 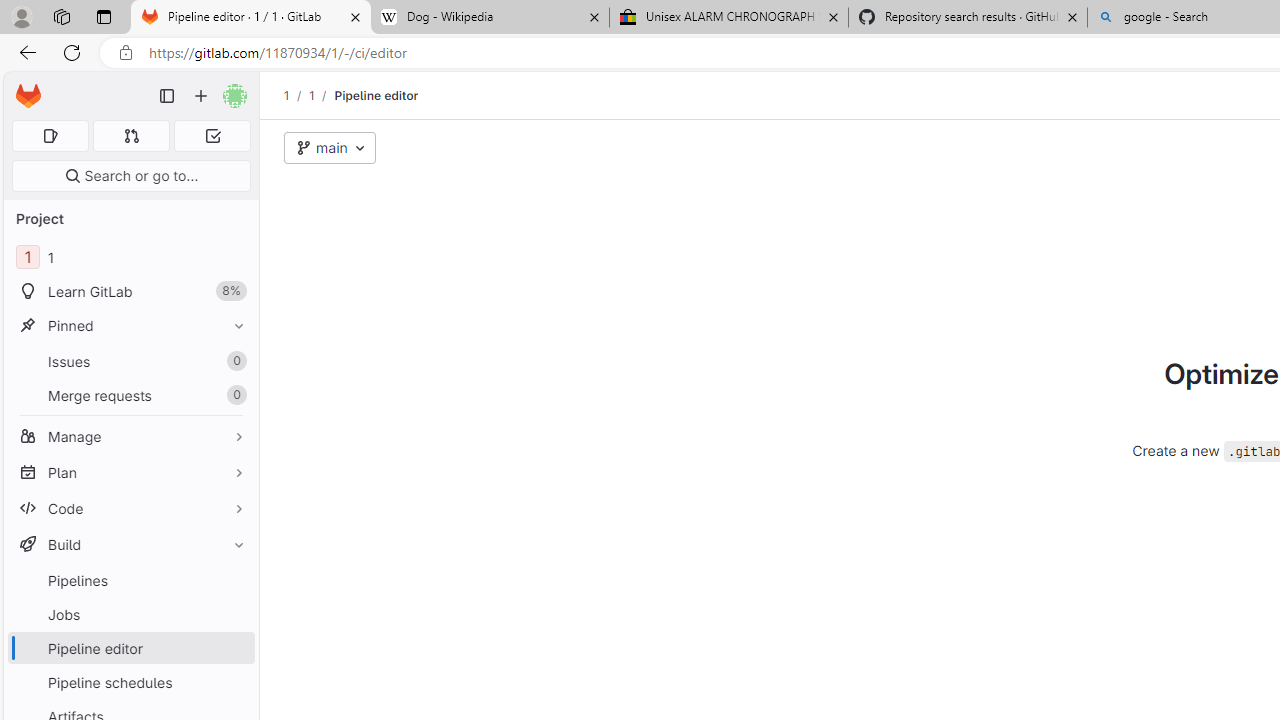 I want to click on 'Unpin Issues', so click(x=234, y=361).